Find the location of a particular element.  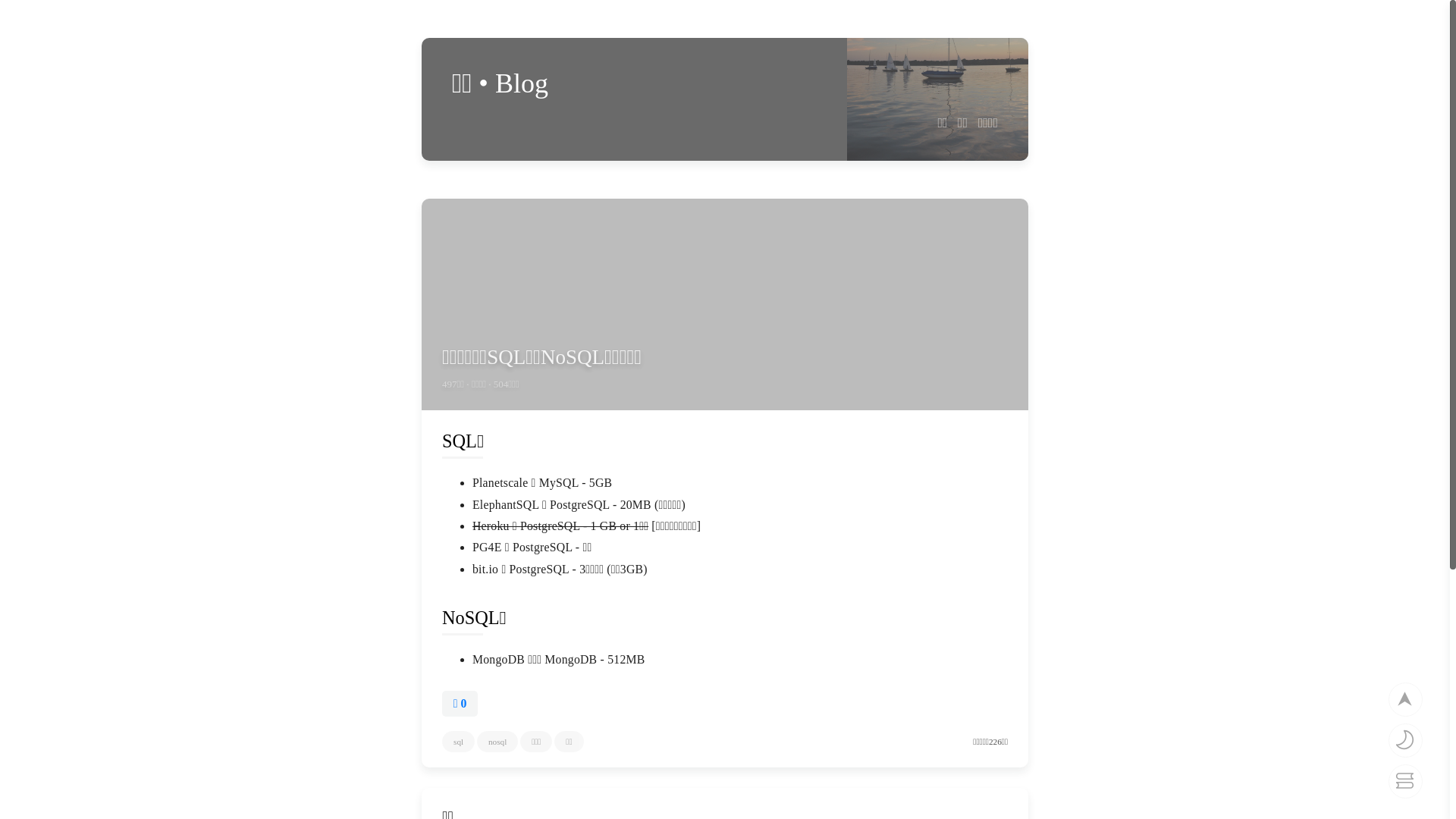

'nosql' is located at coordinates (475, 741).